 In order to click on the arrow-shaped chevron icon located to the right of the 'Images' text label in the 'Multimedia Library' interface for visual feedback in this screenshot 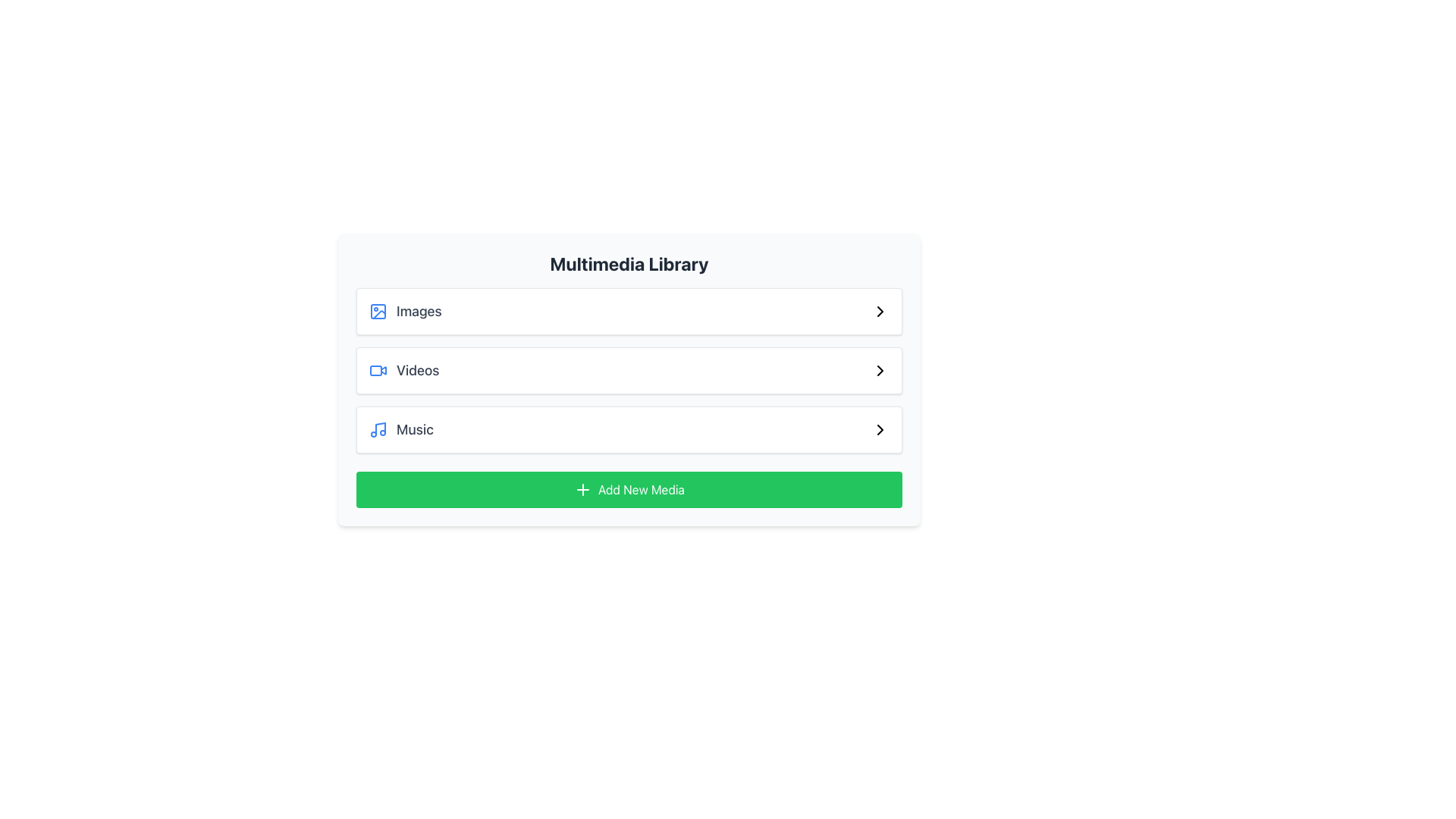, I will do `click(880, 311)`.